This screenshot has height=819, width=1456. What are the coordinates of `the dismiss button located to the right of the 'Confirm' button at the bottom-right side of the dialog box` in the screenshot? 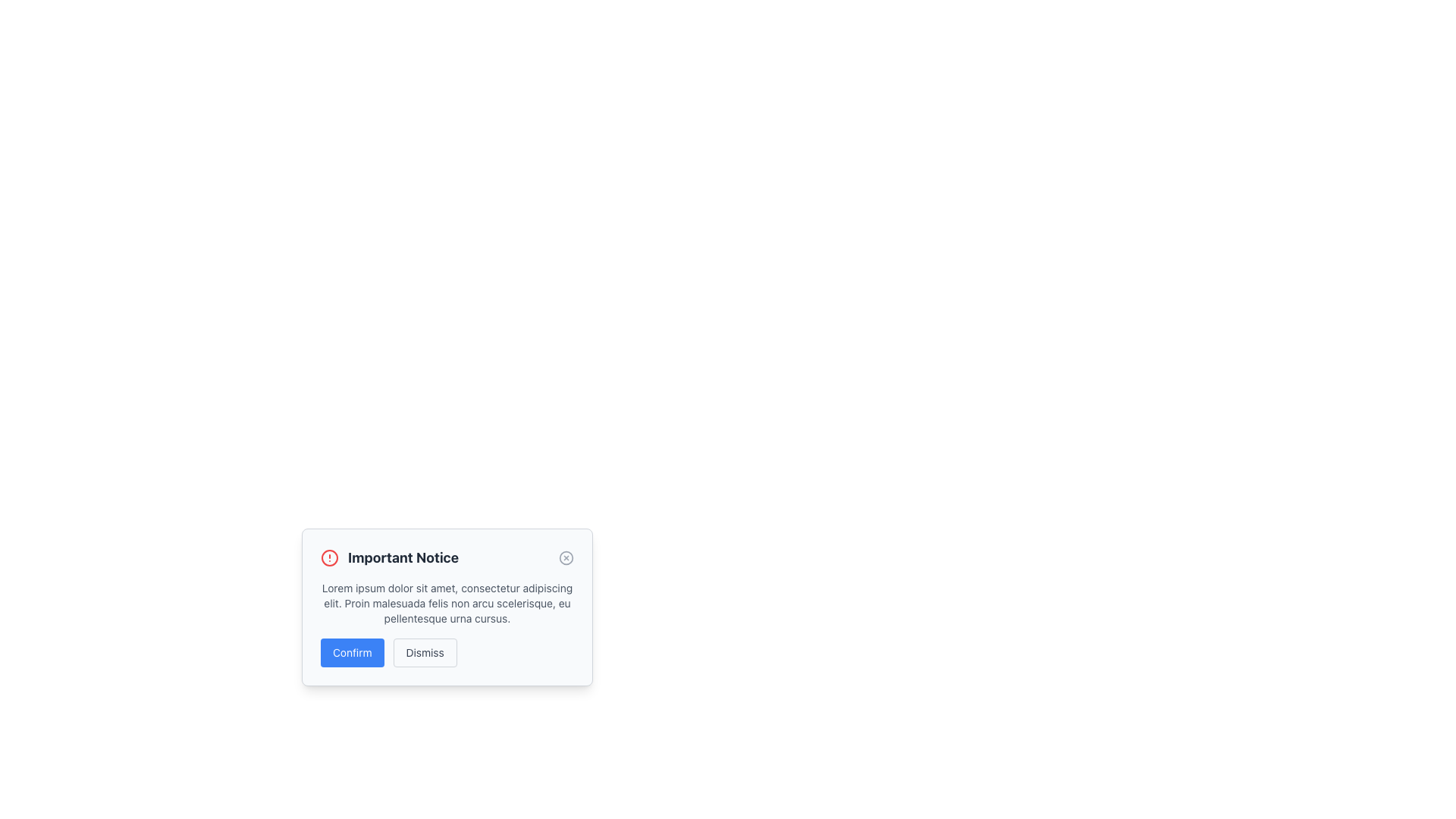 It's located at (425, 651).